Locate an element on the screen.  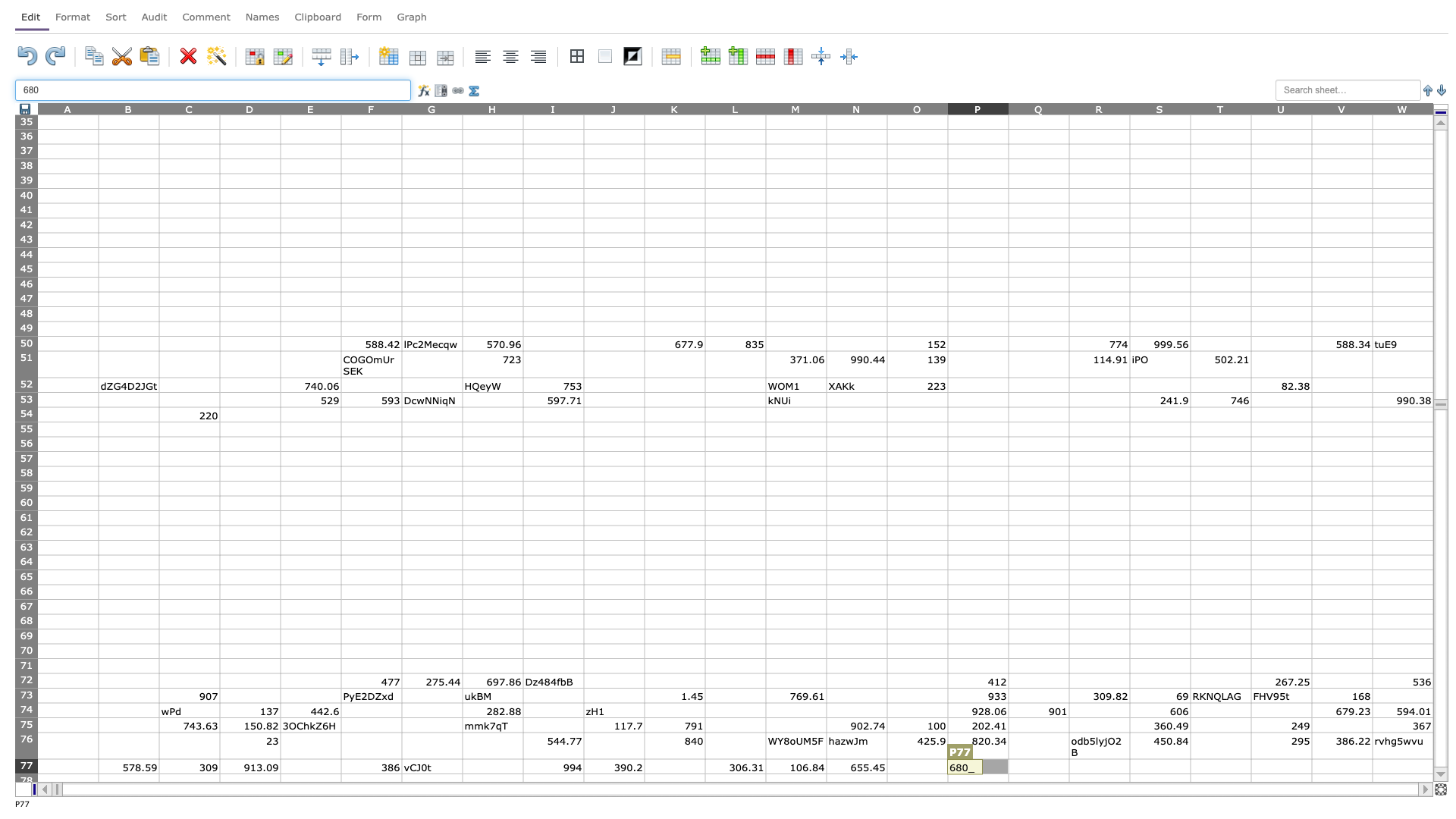
Top left of cell R77 is located at coordinates (1068, 759).